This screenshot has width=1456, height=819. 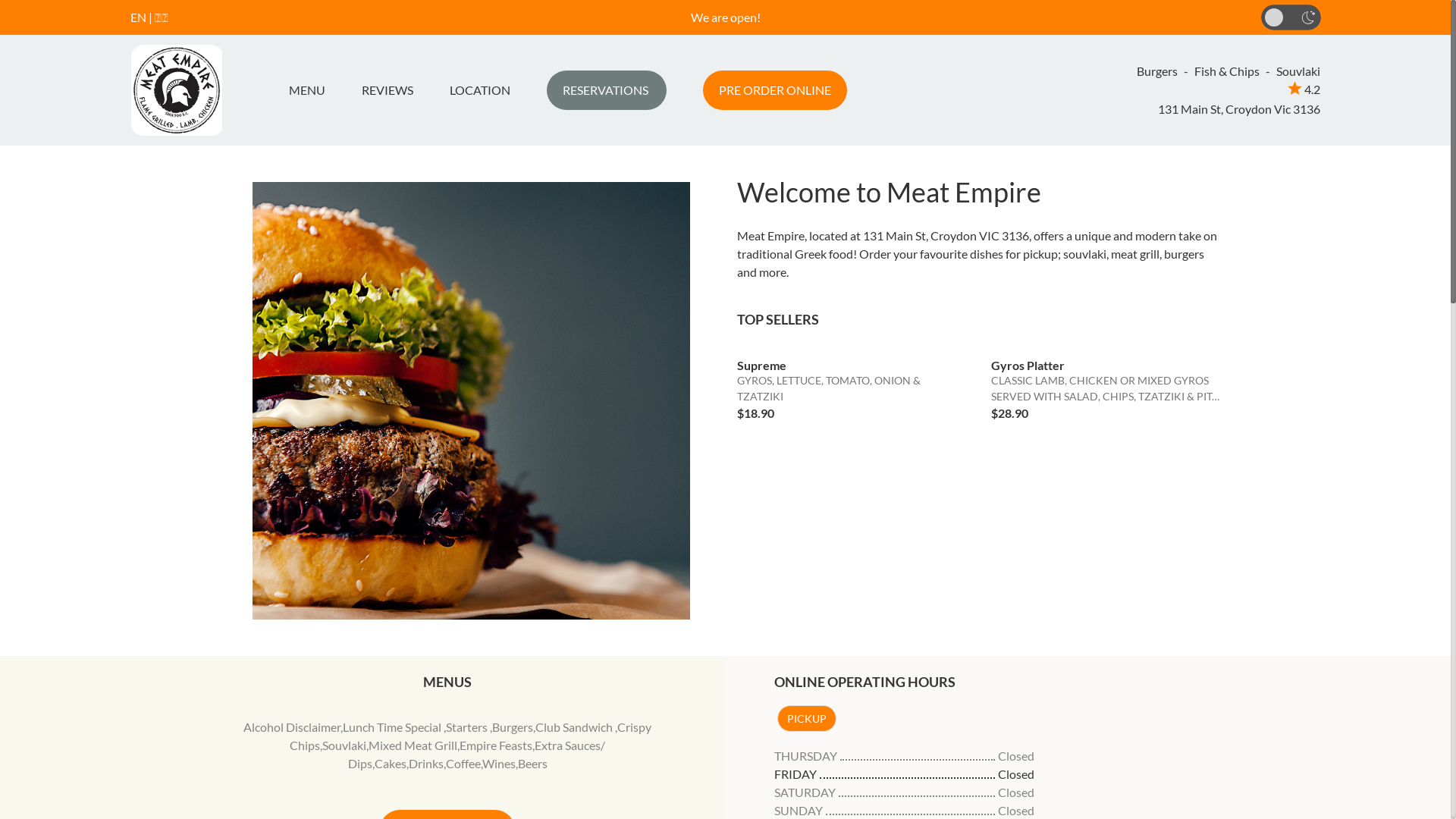 I want to click on 'LOCATION', so click(x=479, y=90).